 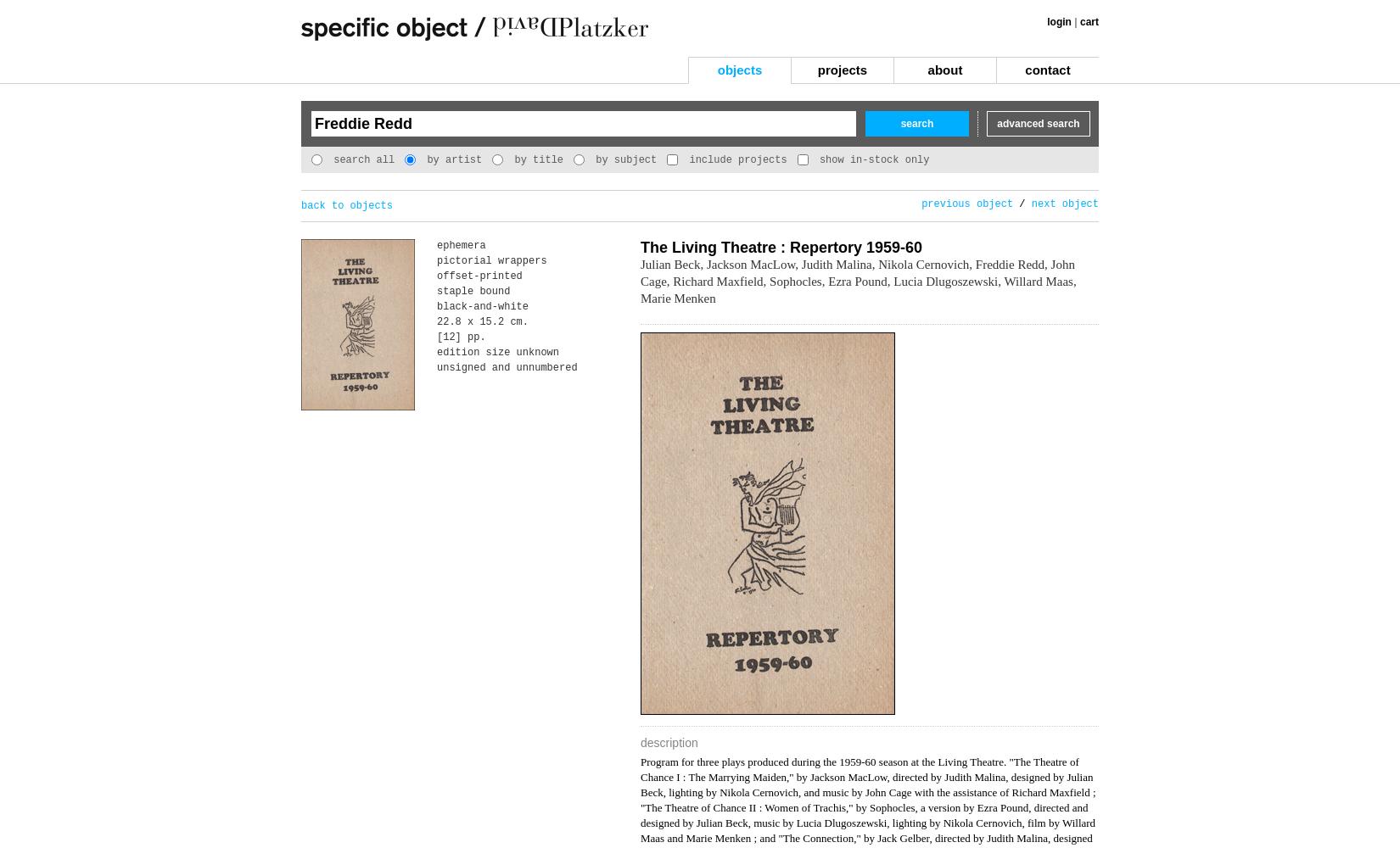 I want to click on 'projects', so click(x=816, y=69).